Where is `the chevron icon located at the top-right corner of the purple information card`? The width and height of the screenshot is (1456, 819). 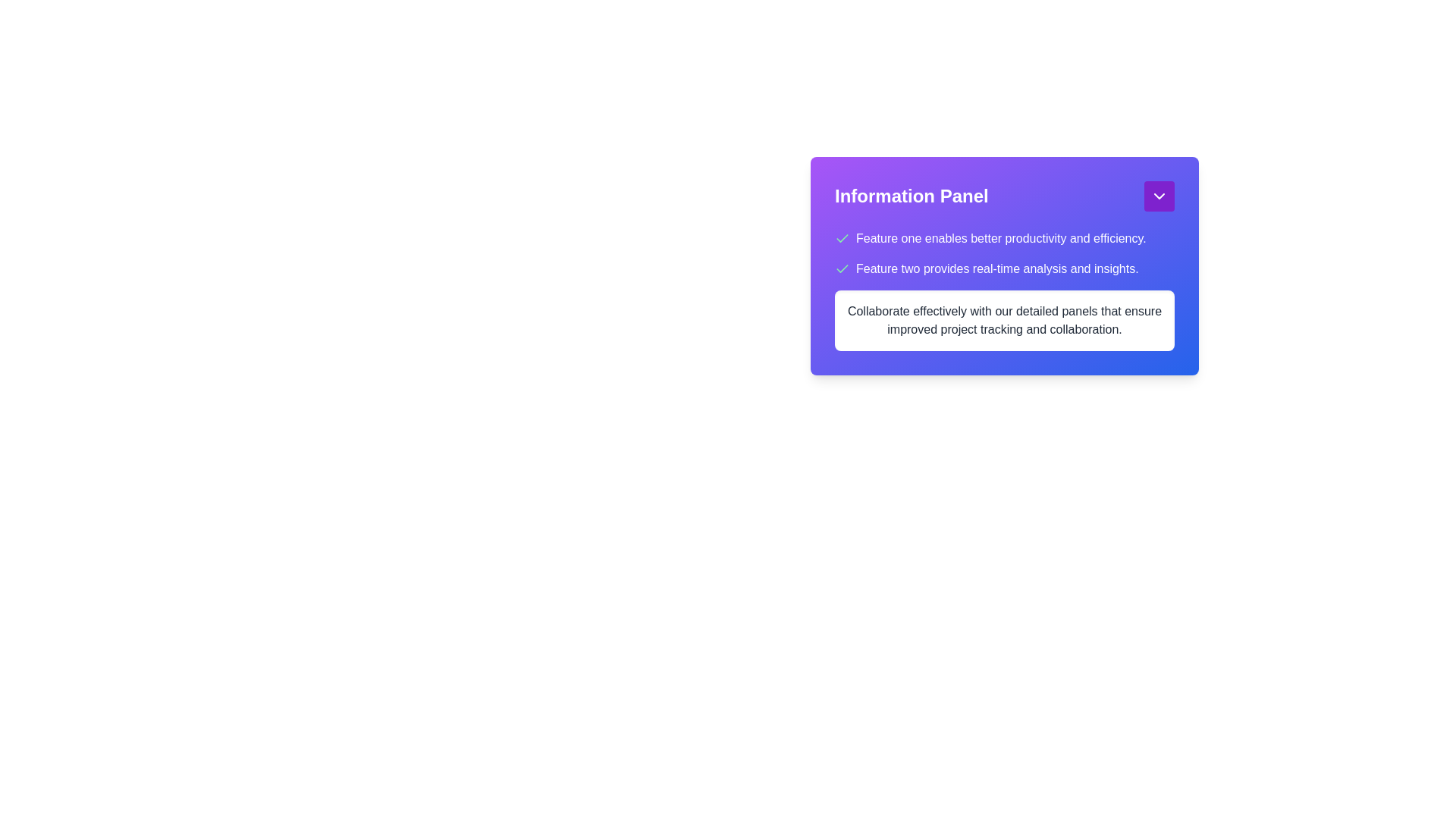 the chevron icon located at the top-right corner of the purple information card is located at coordinates (1159, 195).